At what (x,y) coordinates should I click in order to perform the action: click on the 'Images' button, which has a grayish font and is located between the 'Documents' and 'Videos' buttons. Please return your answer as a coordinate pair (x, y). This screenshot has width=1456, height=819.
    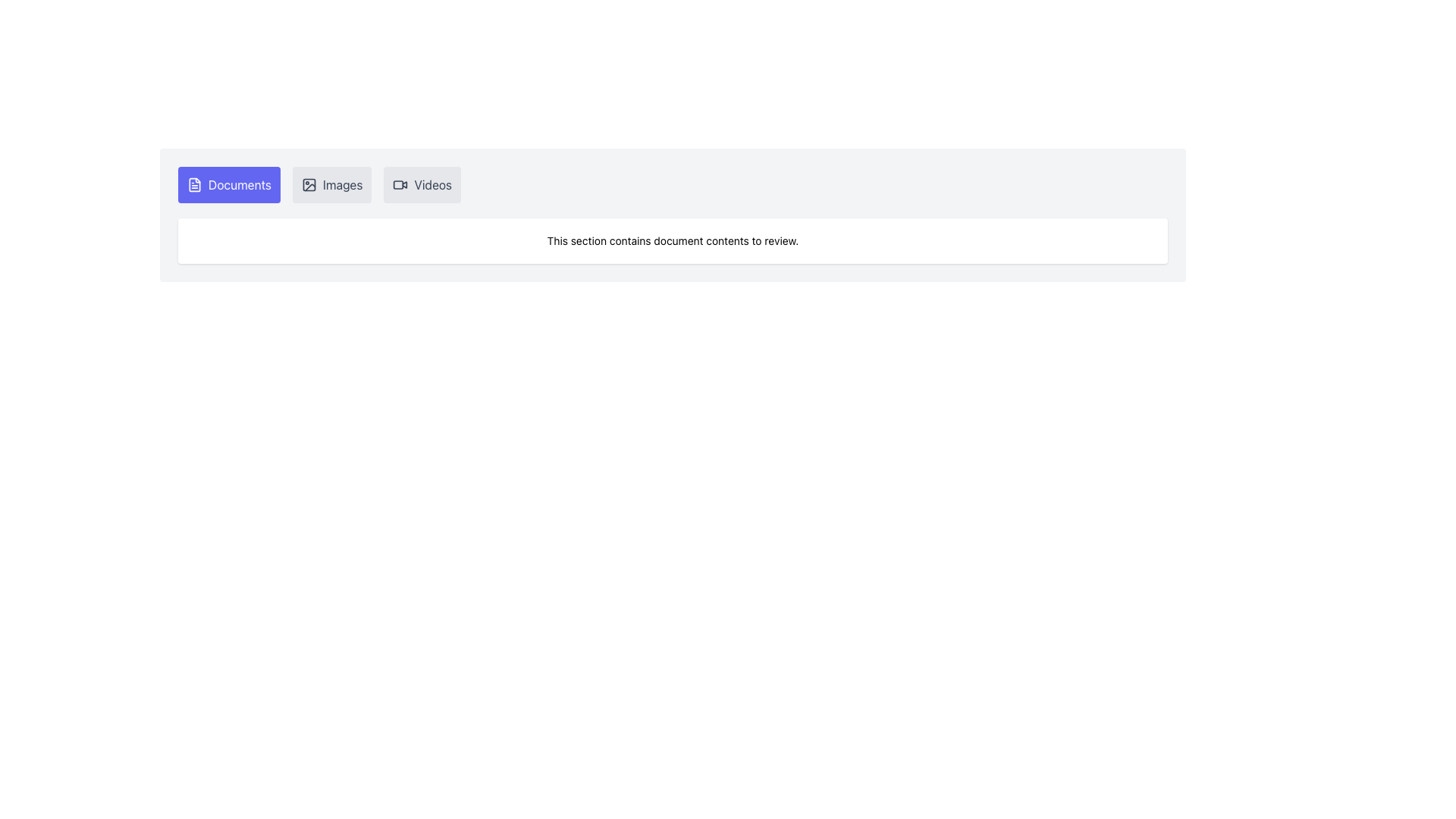
    Looking at the image, I should click on (342, 184).